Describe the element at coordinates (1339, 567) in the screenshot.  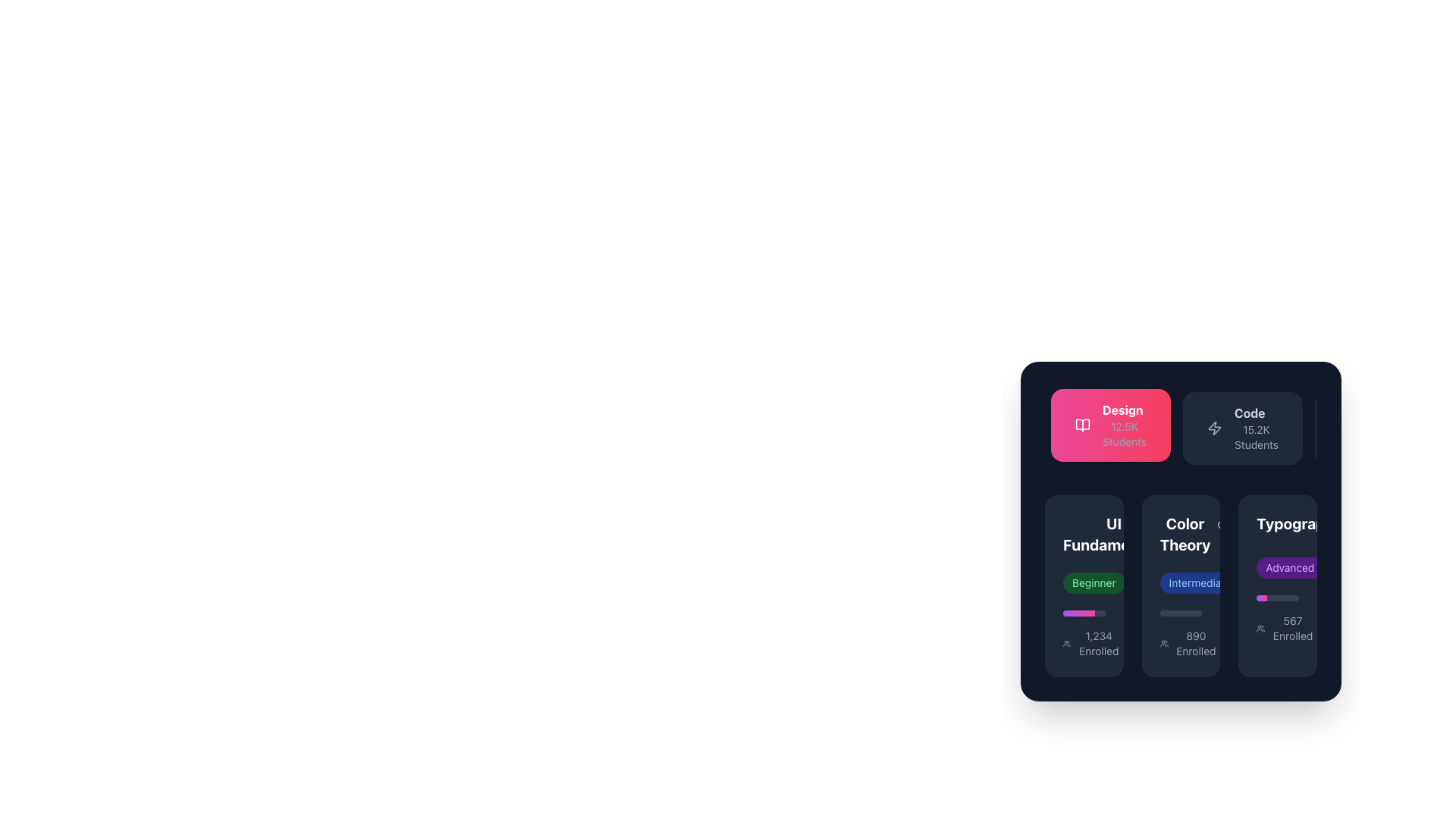
I see `the clock icon located on the right side of the 'Typography' course information panel` at that location.